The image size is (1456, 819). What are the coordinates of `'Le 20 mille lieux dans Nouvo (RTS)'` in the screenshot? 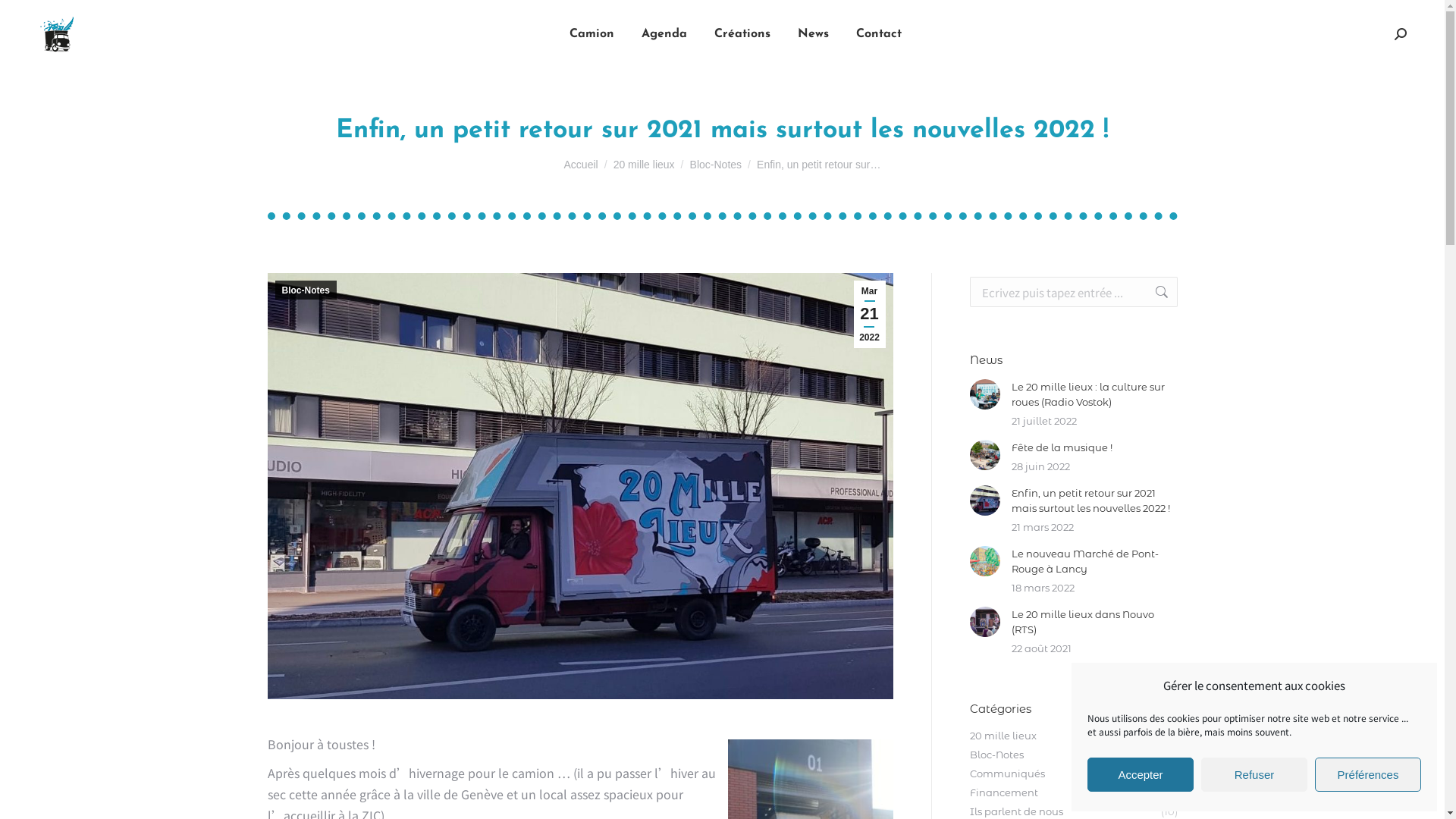 It's located at (1094, 622).